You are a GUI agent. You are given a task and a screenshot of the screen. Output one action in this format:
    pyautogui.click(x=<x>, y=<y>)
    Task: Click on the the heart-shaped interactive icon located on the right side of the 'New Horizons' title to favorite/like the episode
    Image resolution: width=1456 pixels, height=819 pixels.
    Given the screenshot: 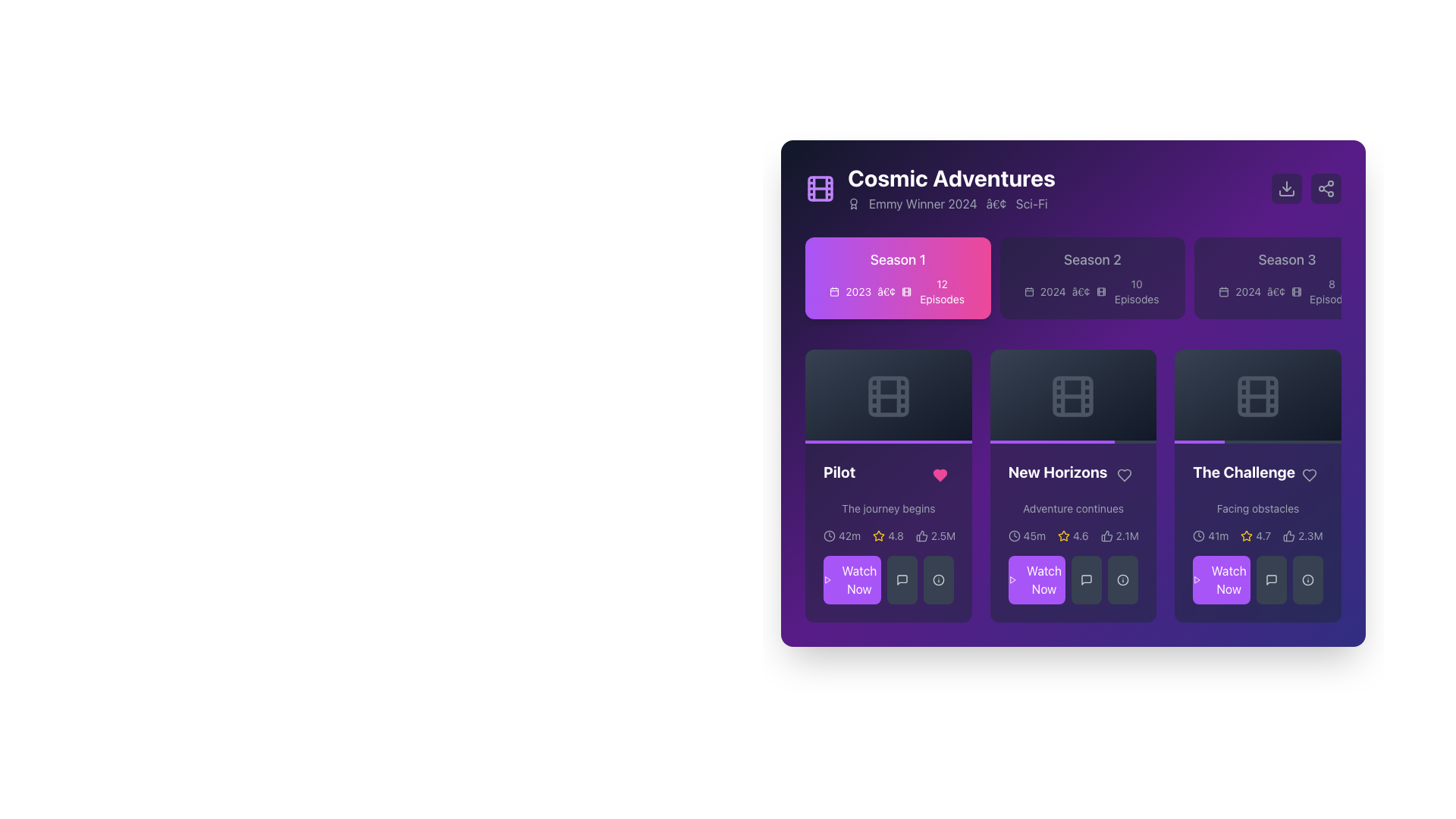 What is the action you would take?
    pyautogui.click(x=1125, y=474)
    